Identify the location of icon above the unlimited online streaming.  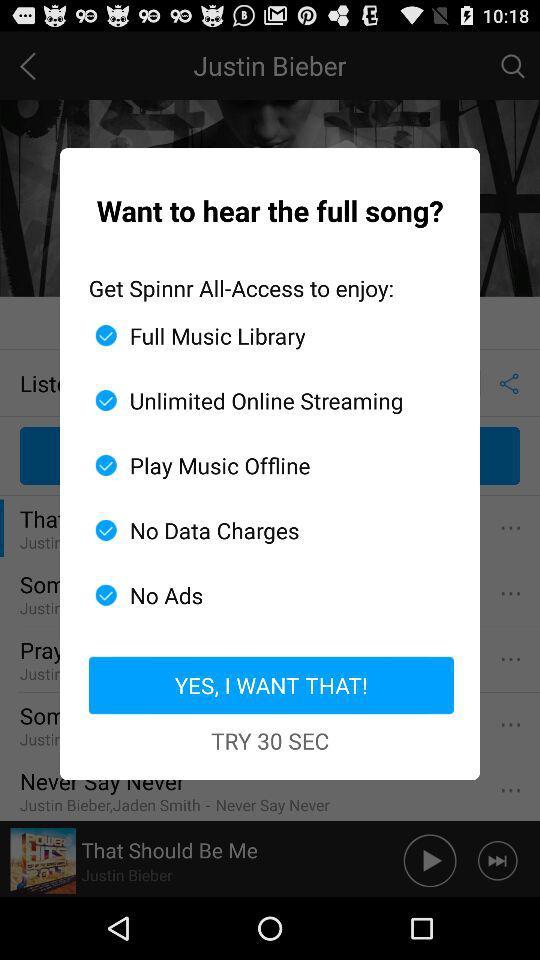
(262, 335).